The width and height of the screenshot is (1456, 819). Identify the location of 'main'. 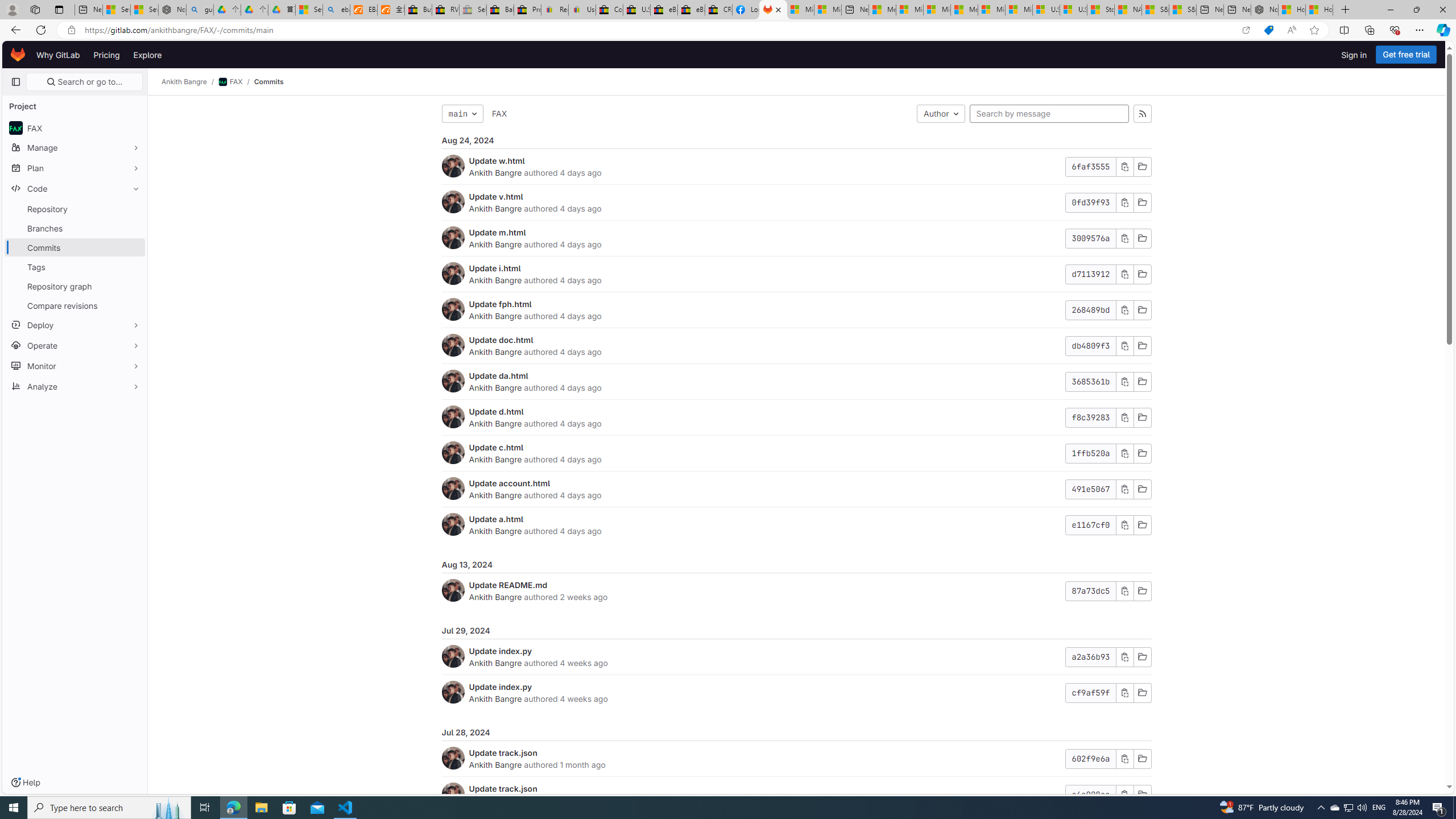
(461, 113).